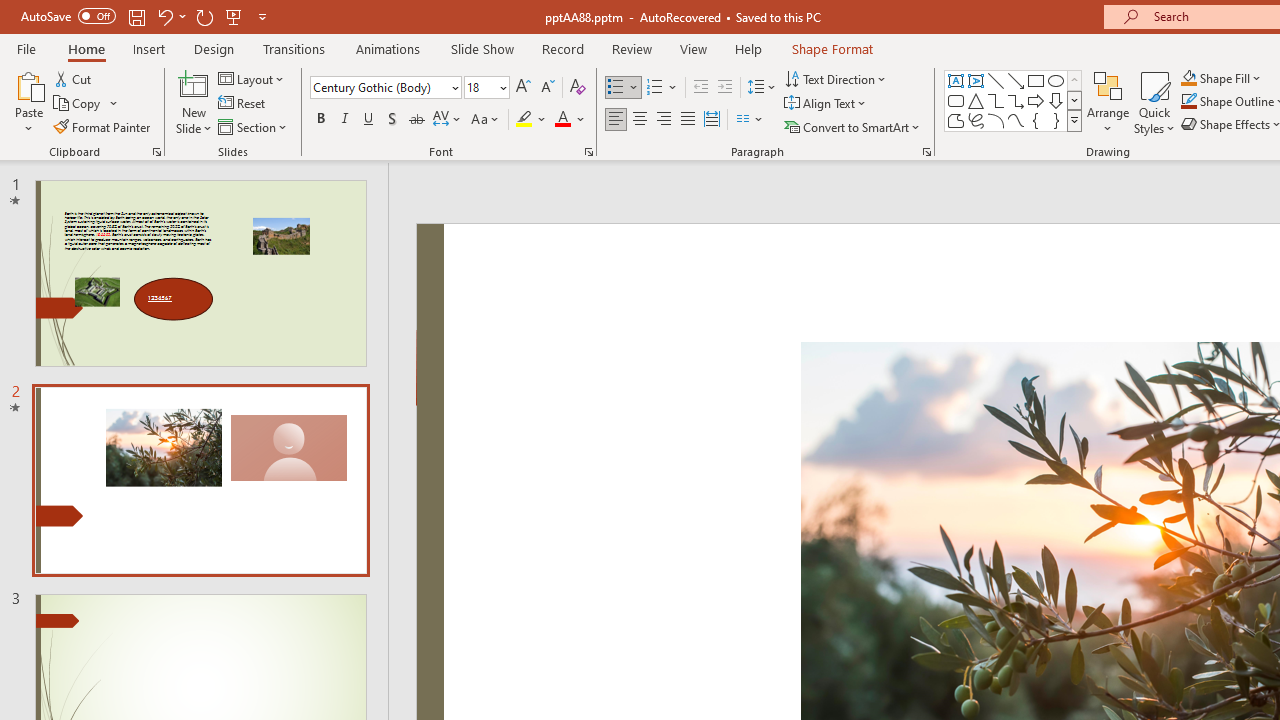 This screenshot has height=720, width=1280. What do you see at coordinates (700, 86) in the screenshot?
I see `'Decrease Indent'` at bounding box center [700, 86].